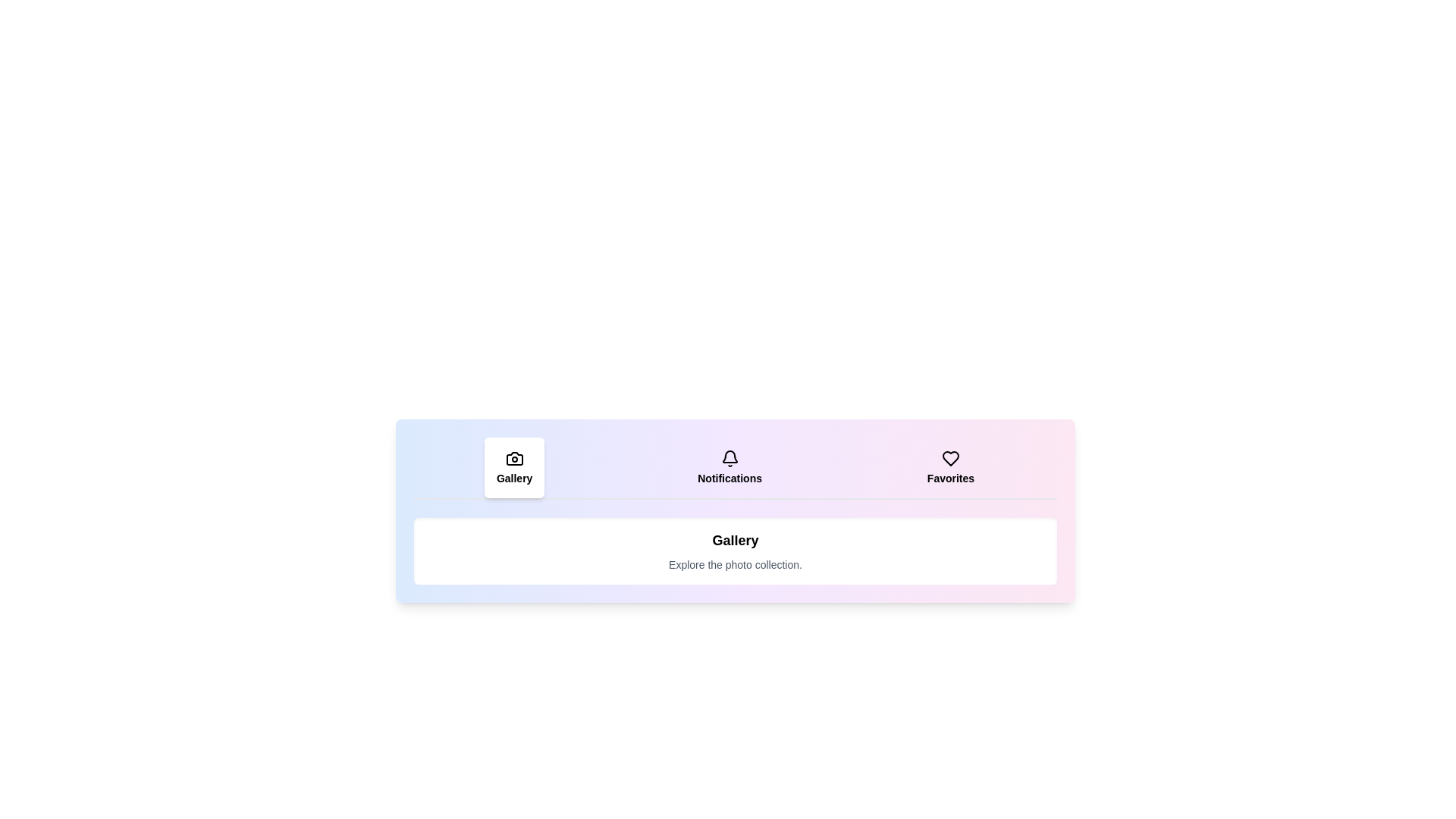  Describe the element at coordinates (730, 467) in the screenshot. I see `the tab labeled Notifications to view its hover effect` at that location.